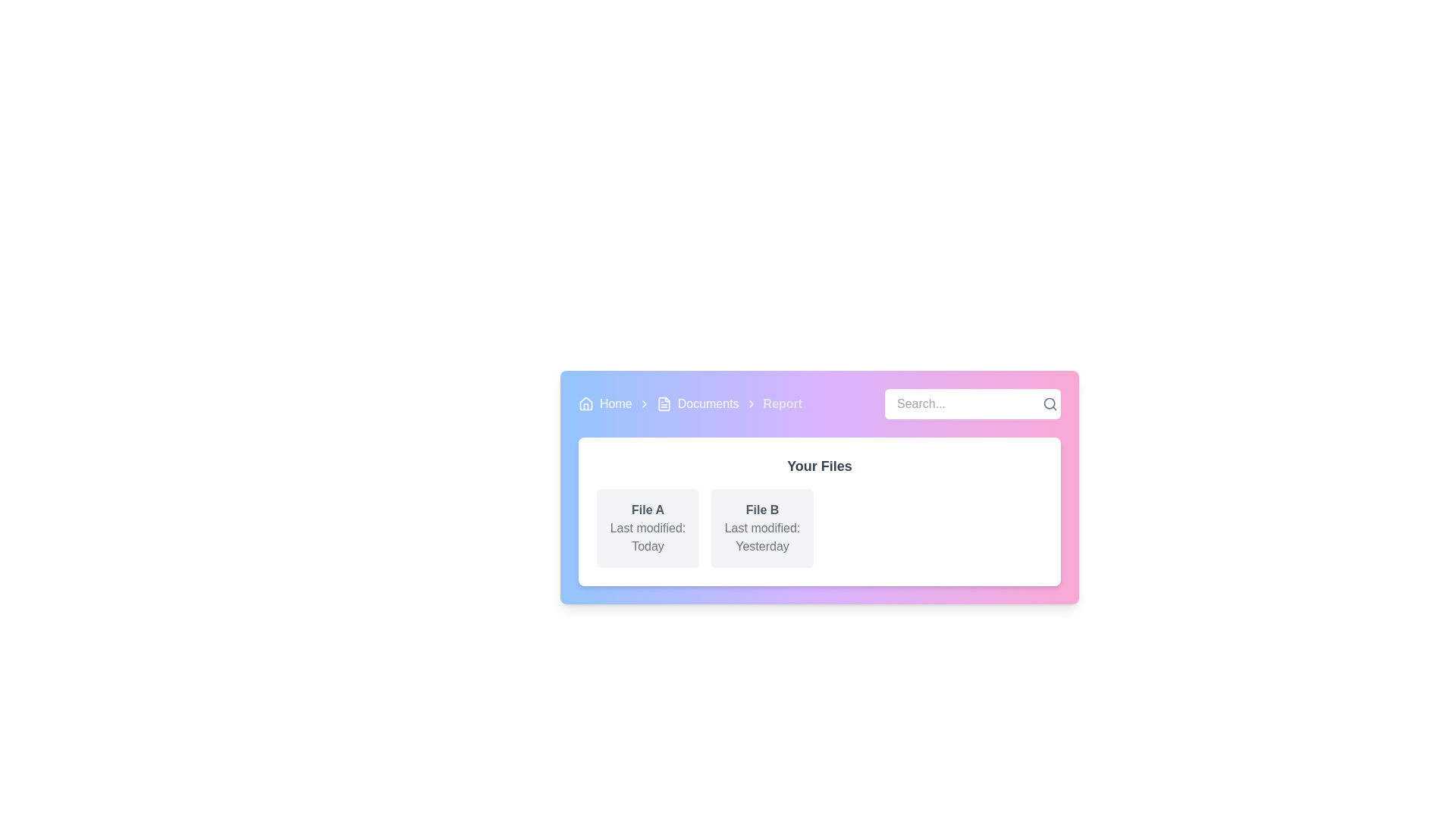 The height and width of the screenshot is (819, 1456). What do you see at coordinates (664, 403) in the screenshot?
I see `the document icon located to the left of the 'Documents' navigation link in the navigation bar` at bounding box center [664, 403].